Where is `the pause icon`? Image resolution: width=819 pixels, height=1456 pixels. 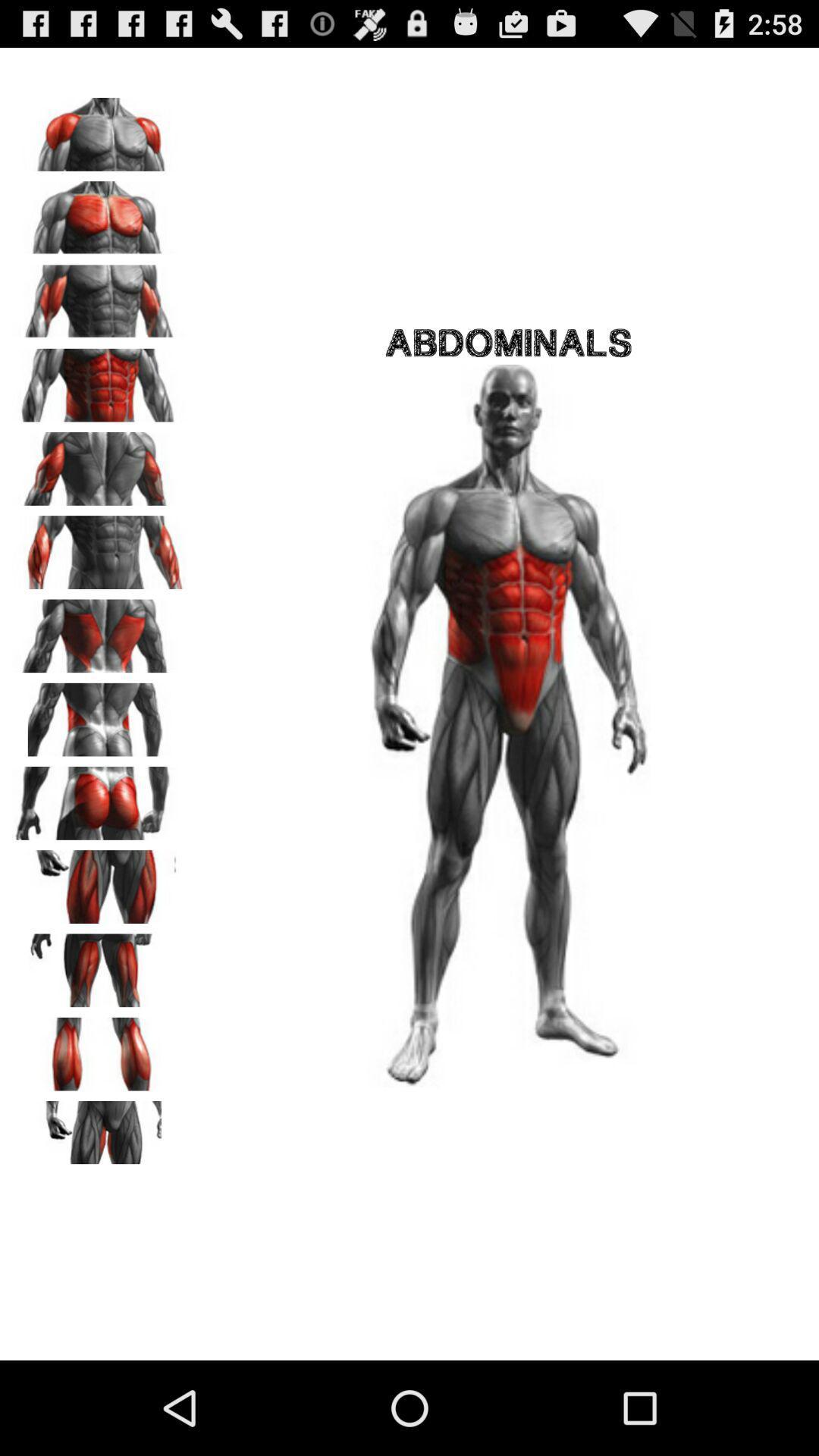 the pause icon is located at coordinates (99, 1122).